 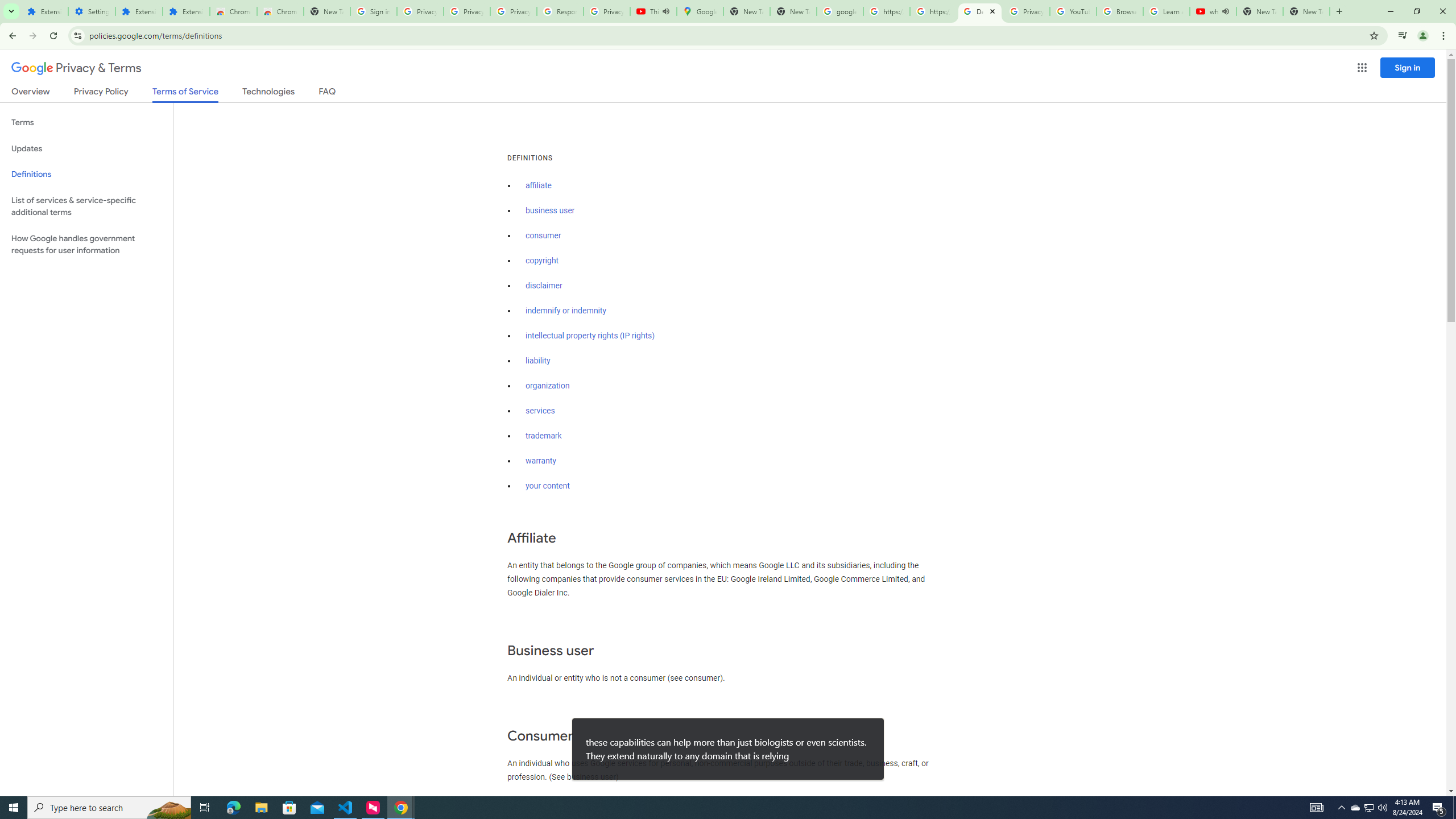 What do you see at coordinates (86, 205) in the screenshot?
I see `'List of services & service-specific additional terms'` at bounding box center [86, 205].